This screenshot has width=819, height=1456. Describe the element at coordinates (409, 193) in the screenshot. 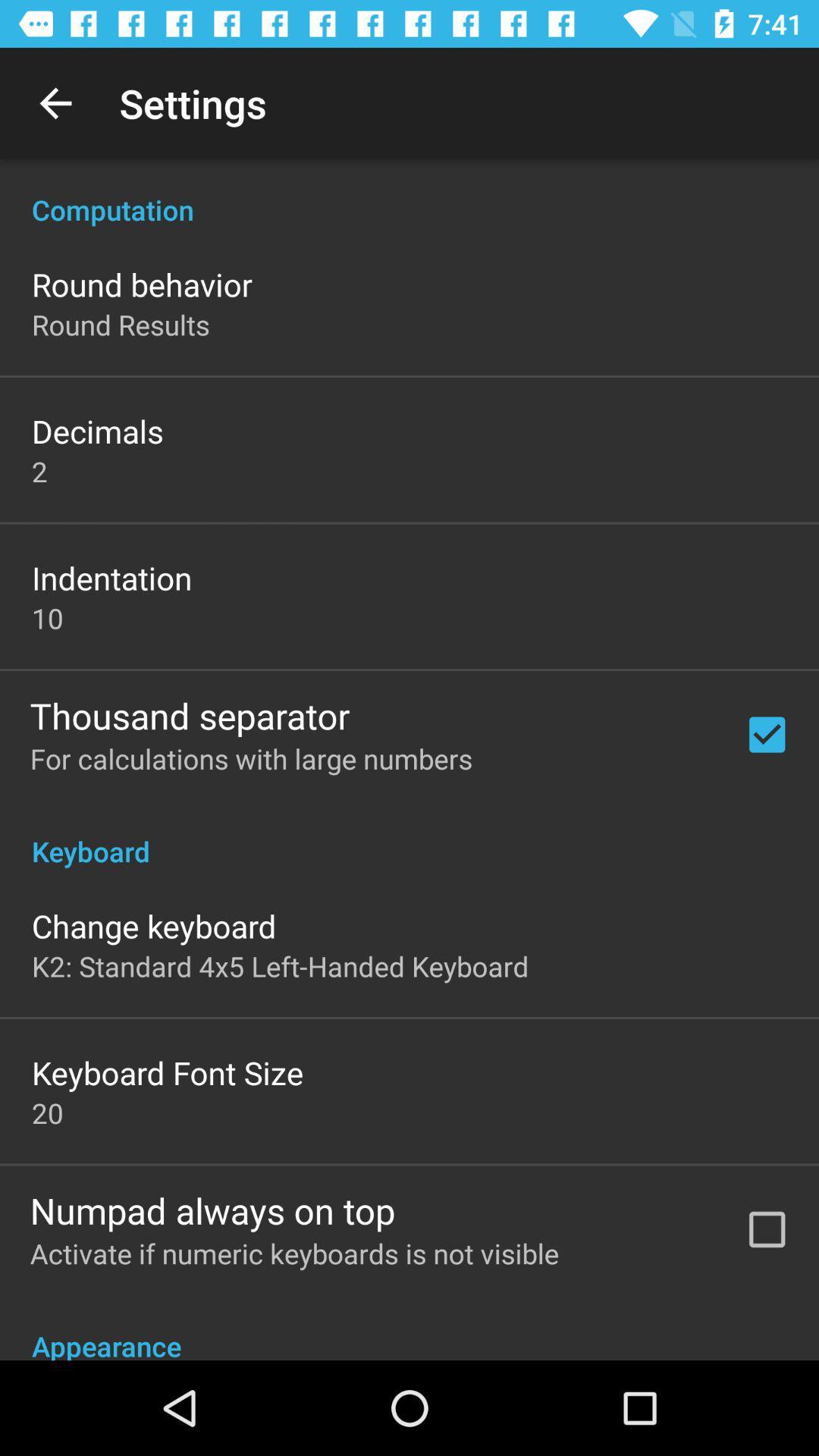

I see `the icon above round behavior` at that location.